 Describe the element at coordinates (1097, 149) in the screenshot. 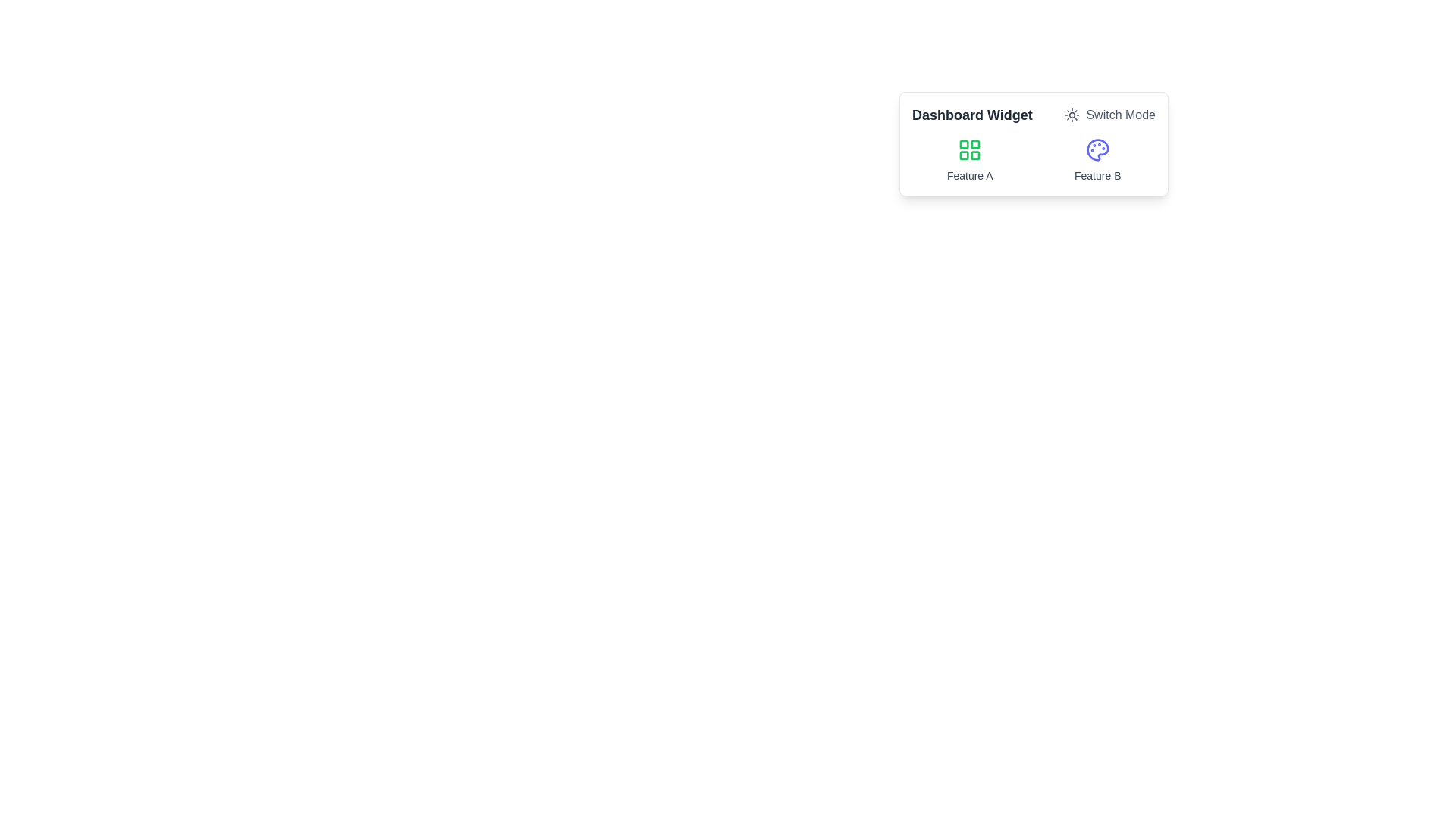

I see `the 'Feature B' icon that represents customization or artistic features, located in the second feature section above the 'Feature B' label` at that location.